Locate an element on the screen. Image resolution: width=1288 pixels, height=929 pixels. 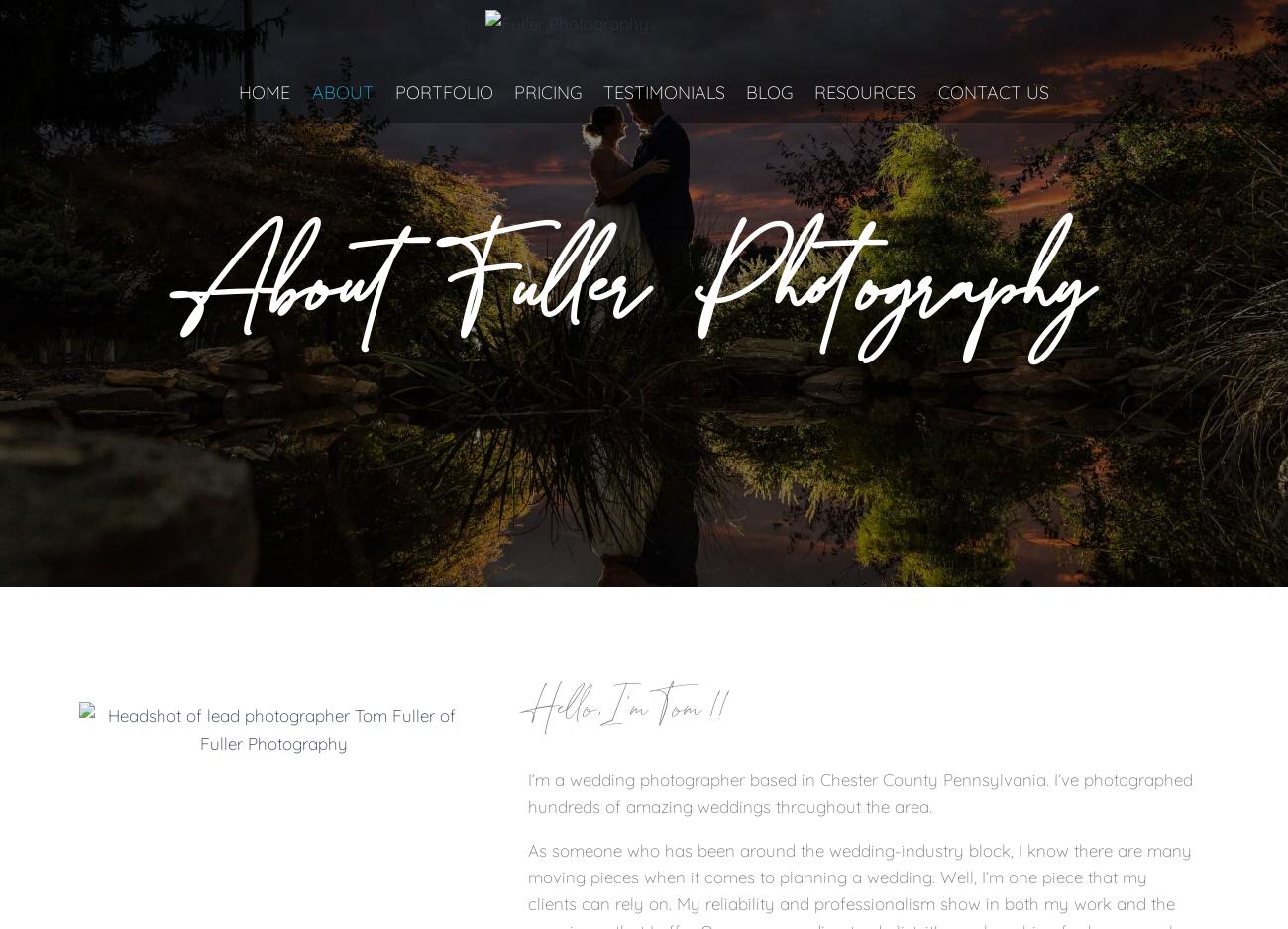
'Home' is located at coordinates (264, 92).